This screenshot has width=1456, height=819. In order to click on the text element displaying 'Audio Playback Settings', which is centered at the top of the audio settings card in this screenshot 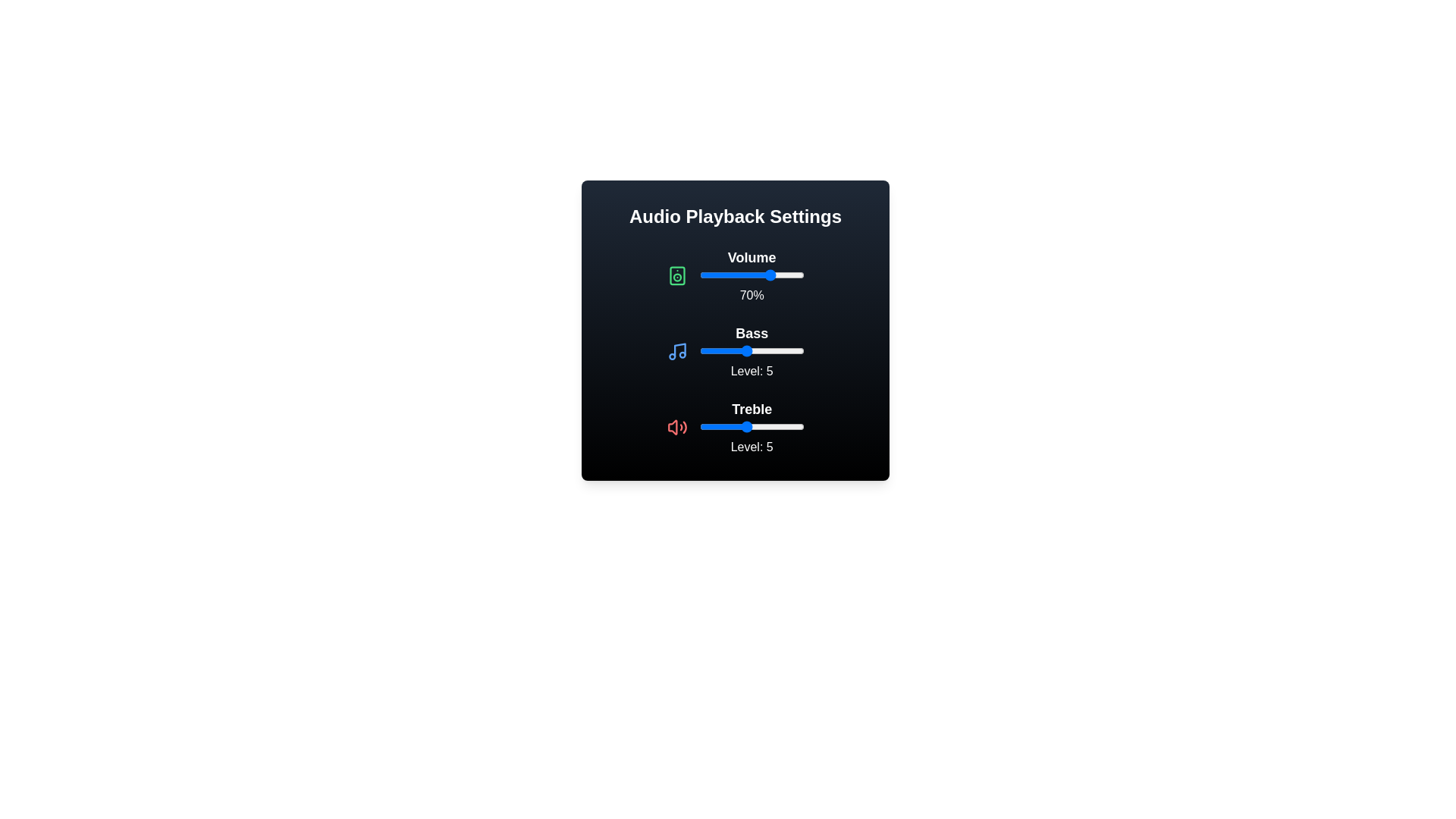, I will do `click(735, 216)`.